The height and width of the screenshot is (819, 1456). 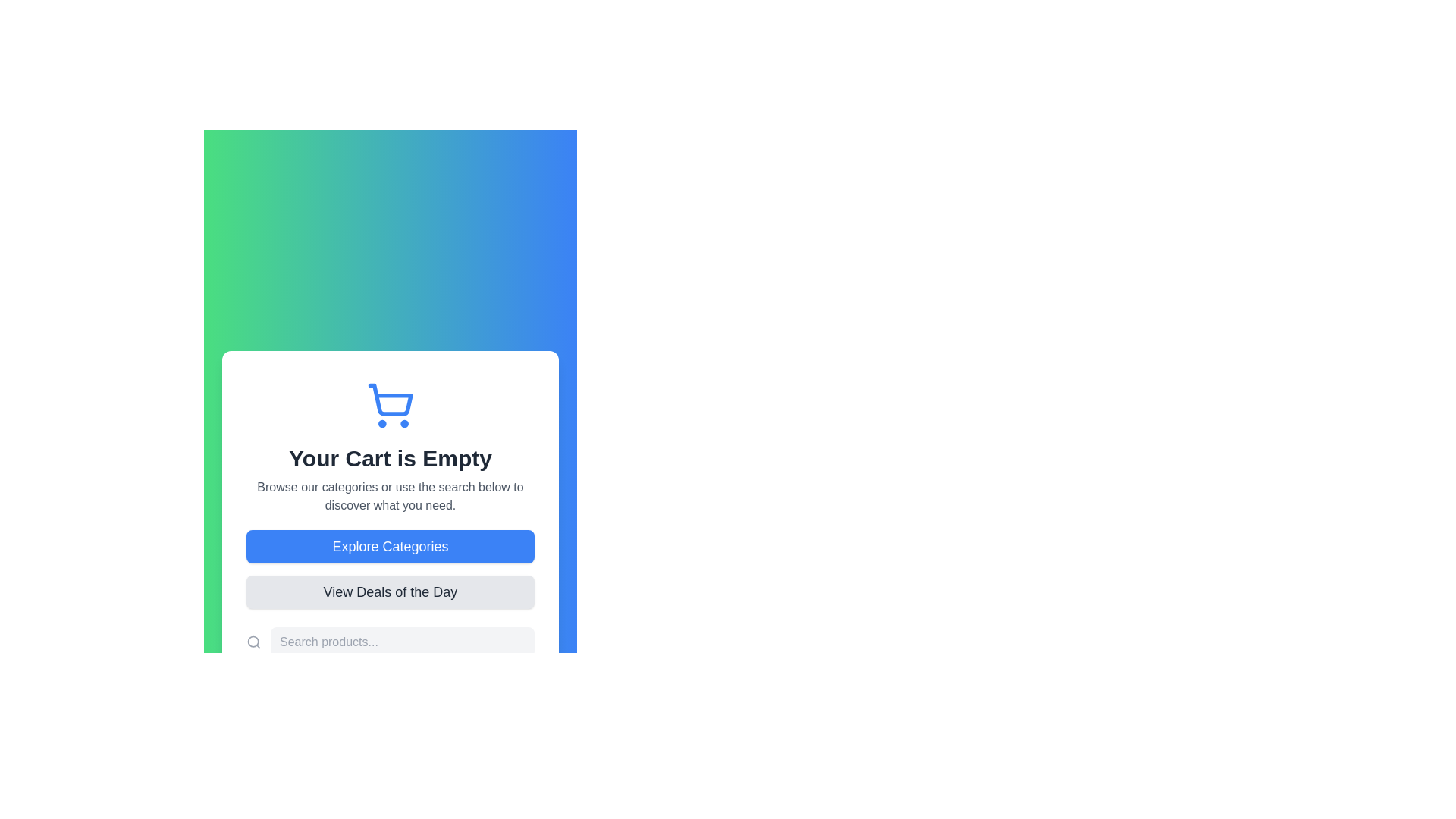 What do you see at coordinates (390, 547) in the screenshot?
I see `the first button above the 'View Deals of the Day' button` at bounding box center [390, 547].